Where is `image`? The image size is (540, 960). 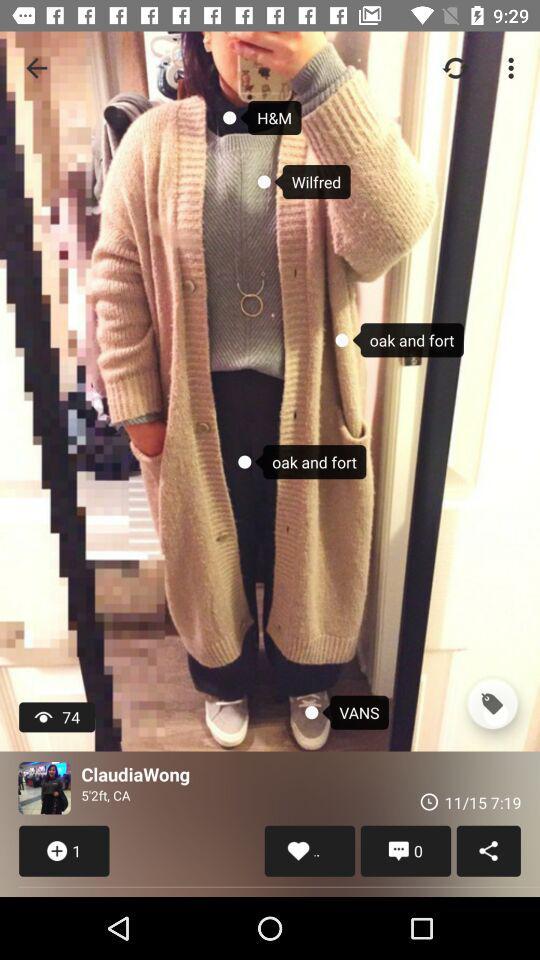 image is located at coordinates (44, 788).